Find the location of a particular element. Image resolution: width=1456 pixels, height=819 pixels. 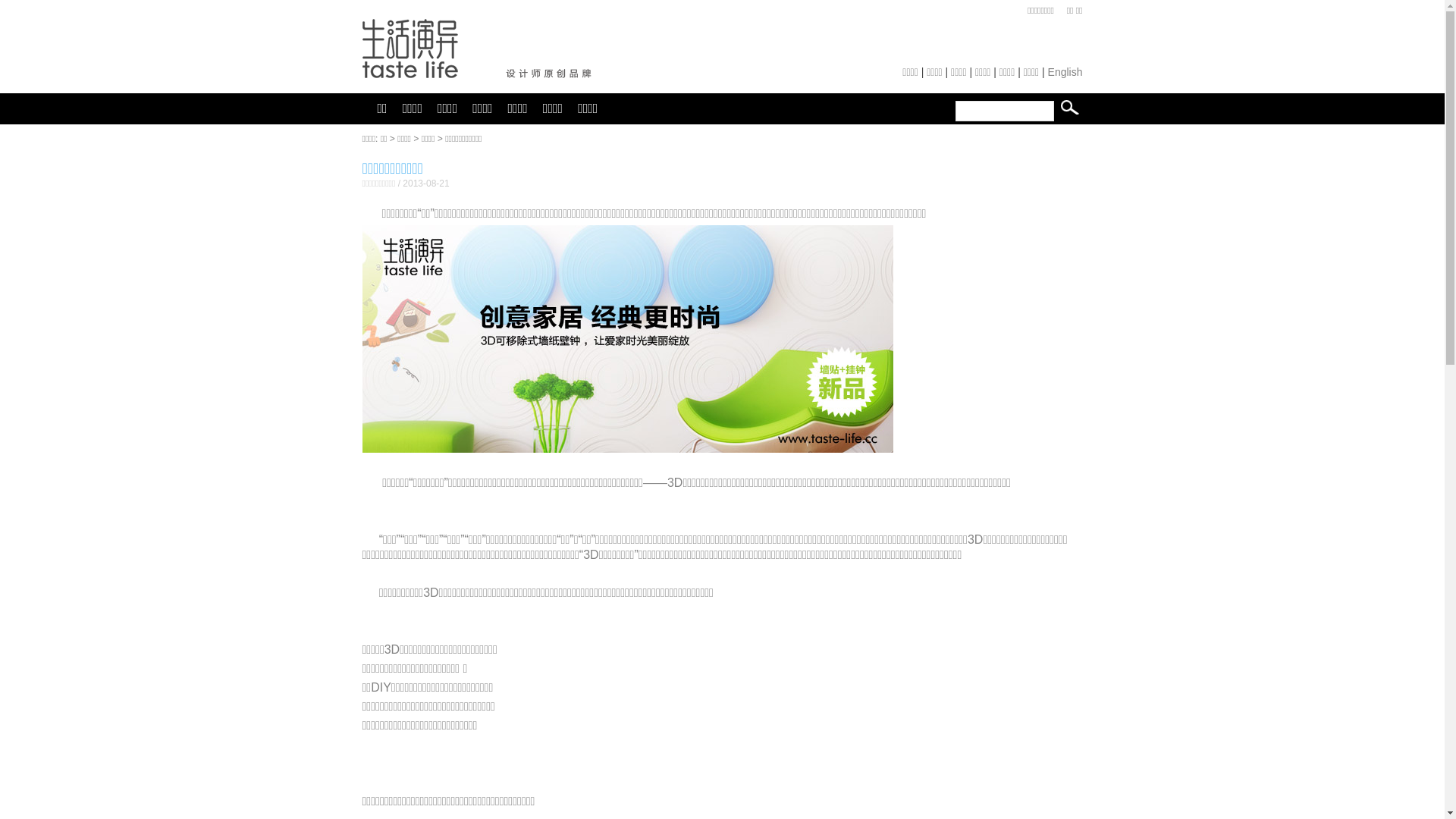

'English' is located at coordinates (1047, 72).